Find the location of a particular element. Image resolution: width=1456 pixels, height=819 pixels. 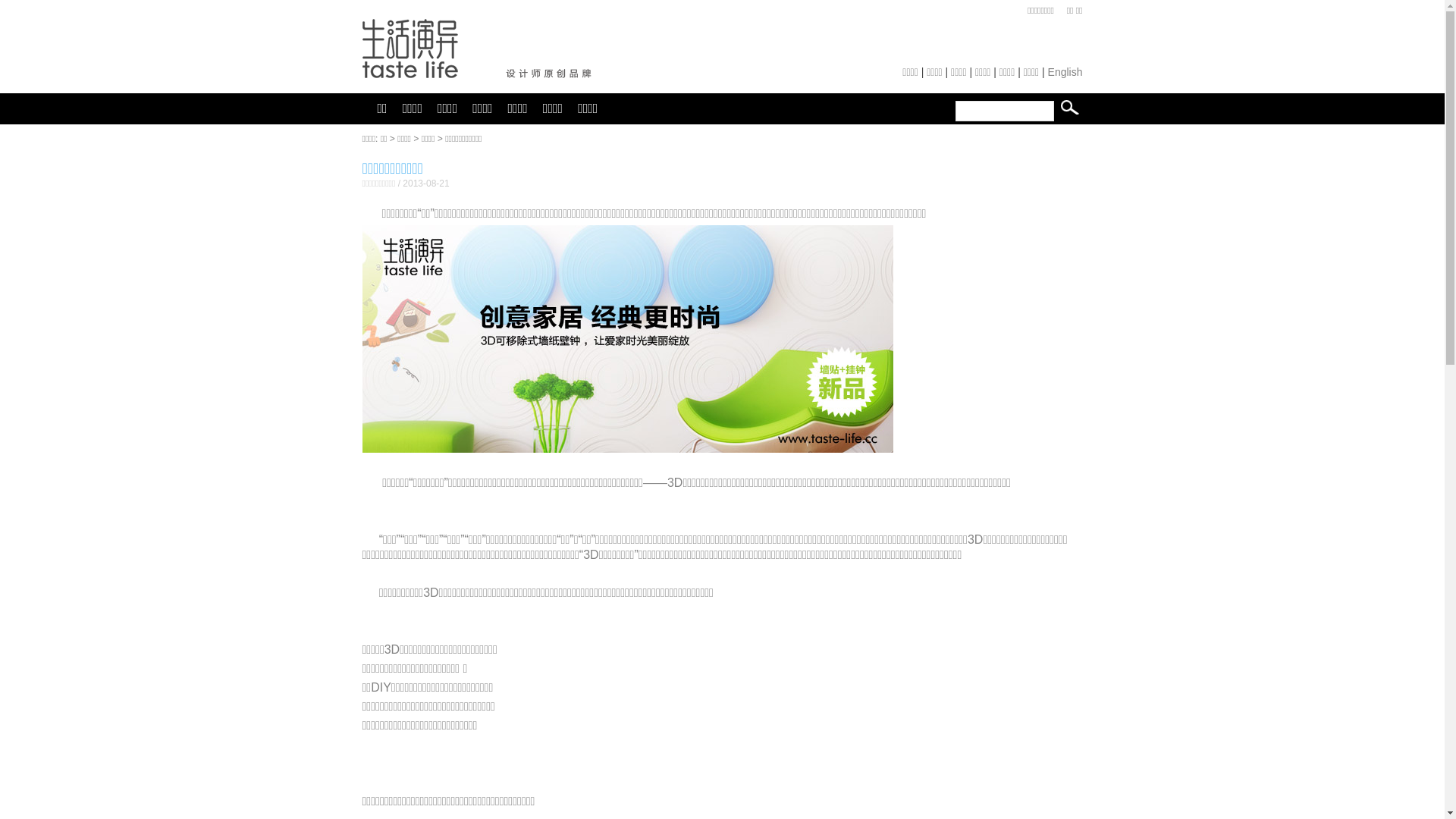

'English' is located at coordinates (1047, 72).